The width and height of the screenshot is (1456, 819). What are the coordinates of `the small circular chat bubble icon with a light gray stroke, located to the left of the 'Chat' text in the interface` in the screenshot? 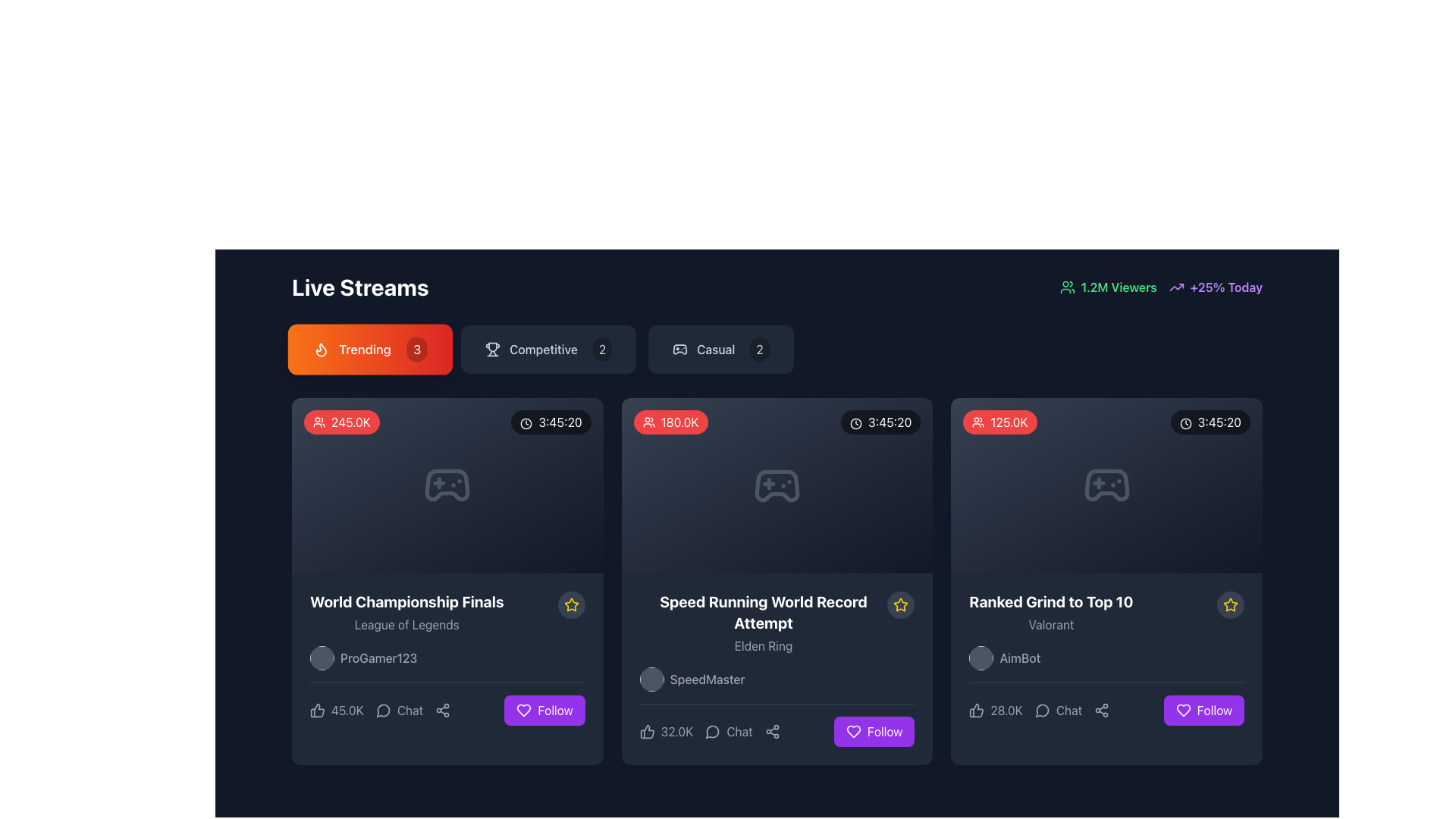 It's located at (1041, 711).